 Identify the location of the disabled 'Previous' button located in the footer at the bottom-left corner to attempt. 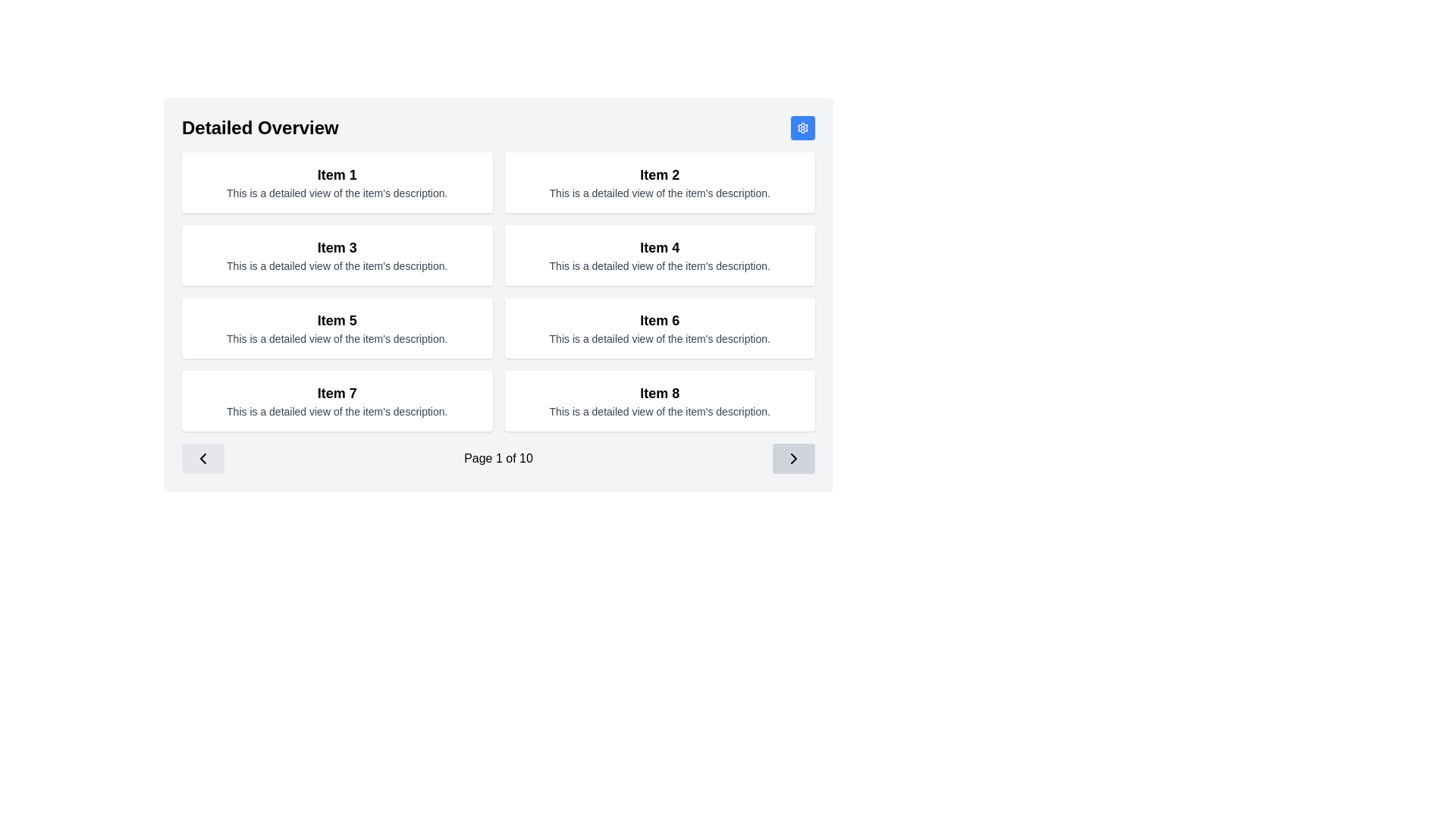
(202, 458).